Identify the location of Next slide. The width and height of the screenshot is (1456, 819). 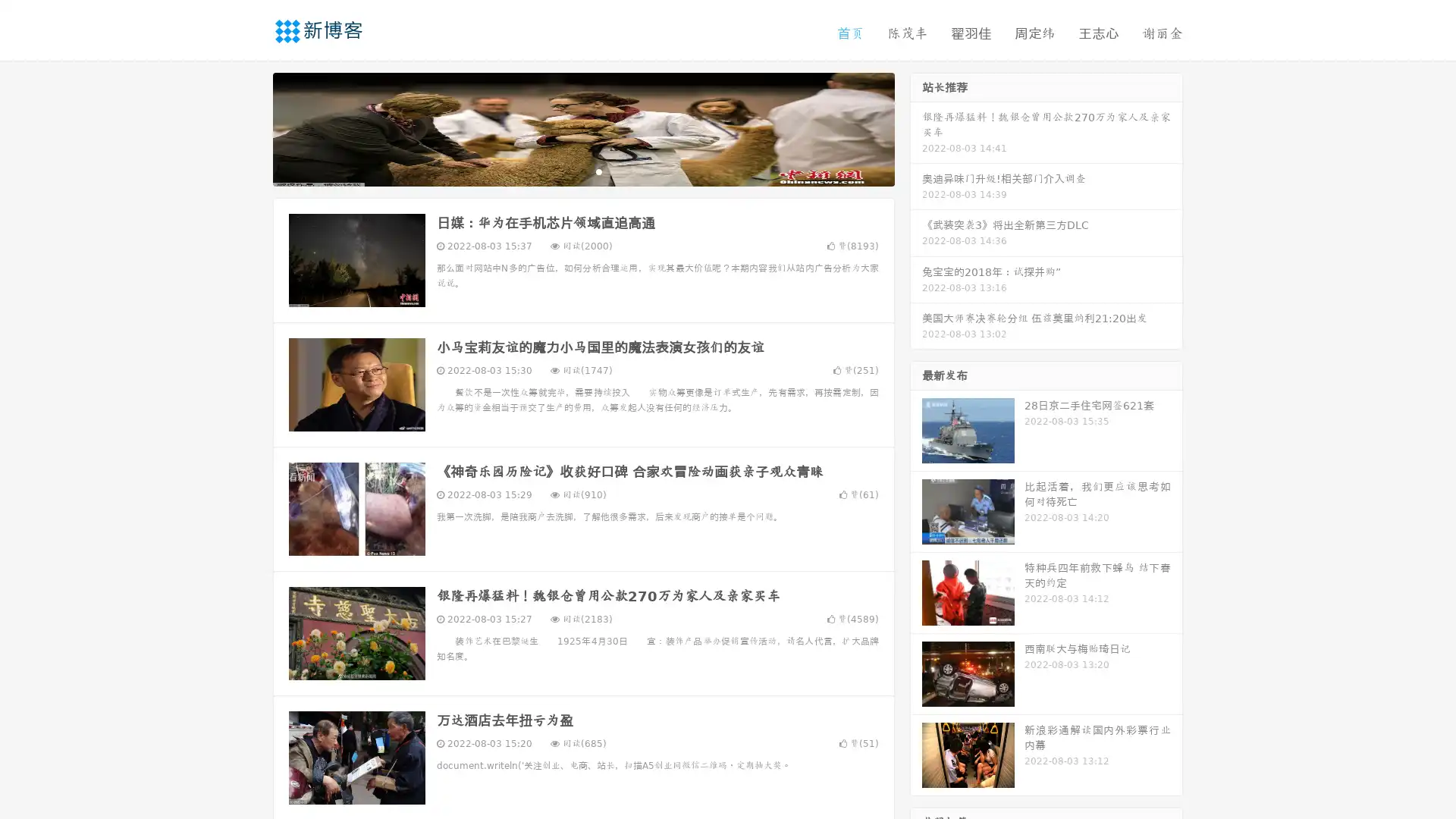
(916, 127).